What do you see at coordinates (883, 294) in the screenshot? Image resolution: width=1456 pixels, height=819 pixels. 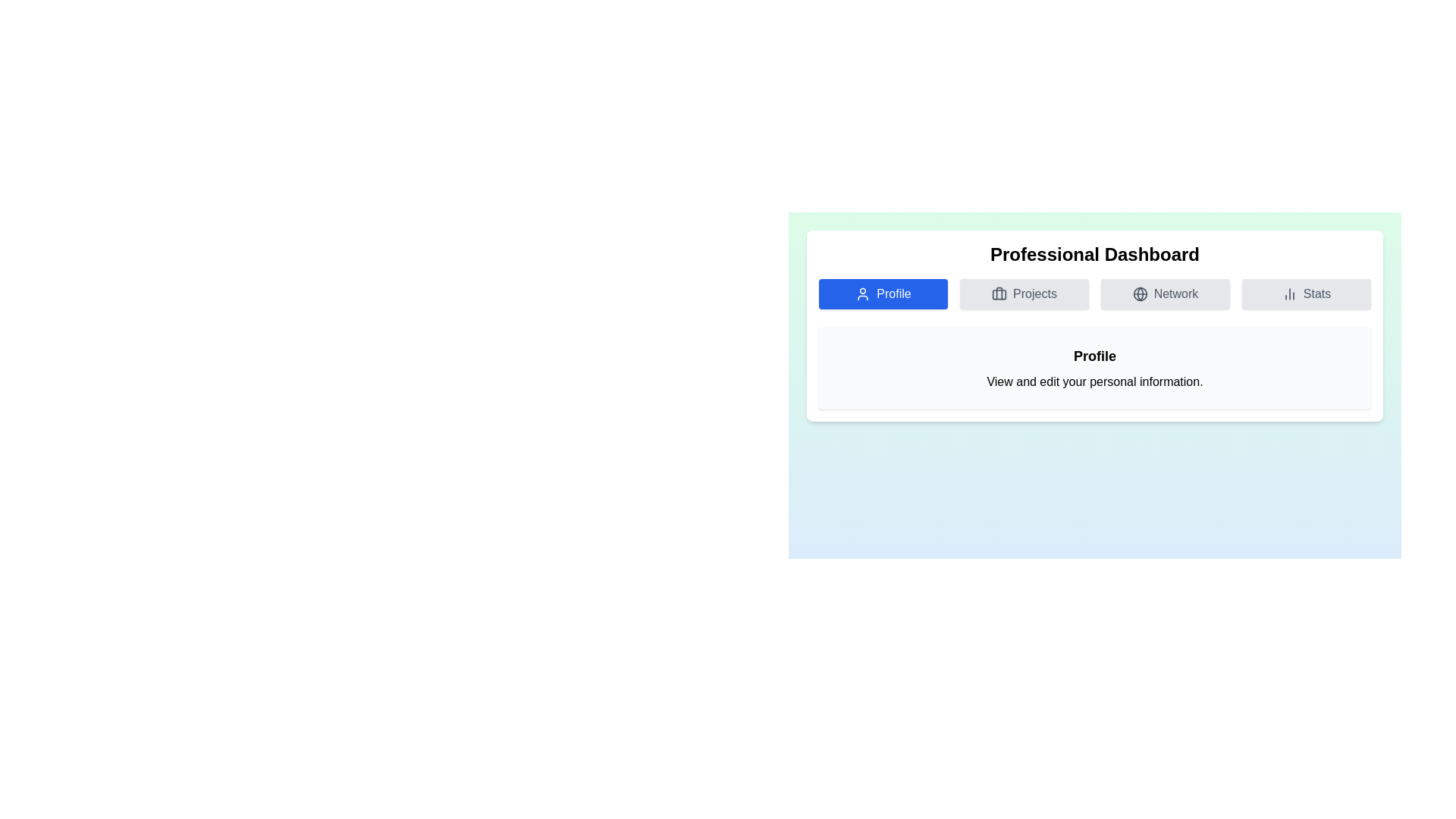 I see `the tab labeled Profile` at bounding box center [883, 294].